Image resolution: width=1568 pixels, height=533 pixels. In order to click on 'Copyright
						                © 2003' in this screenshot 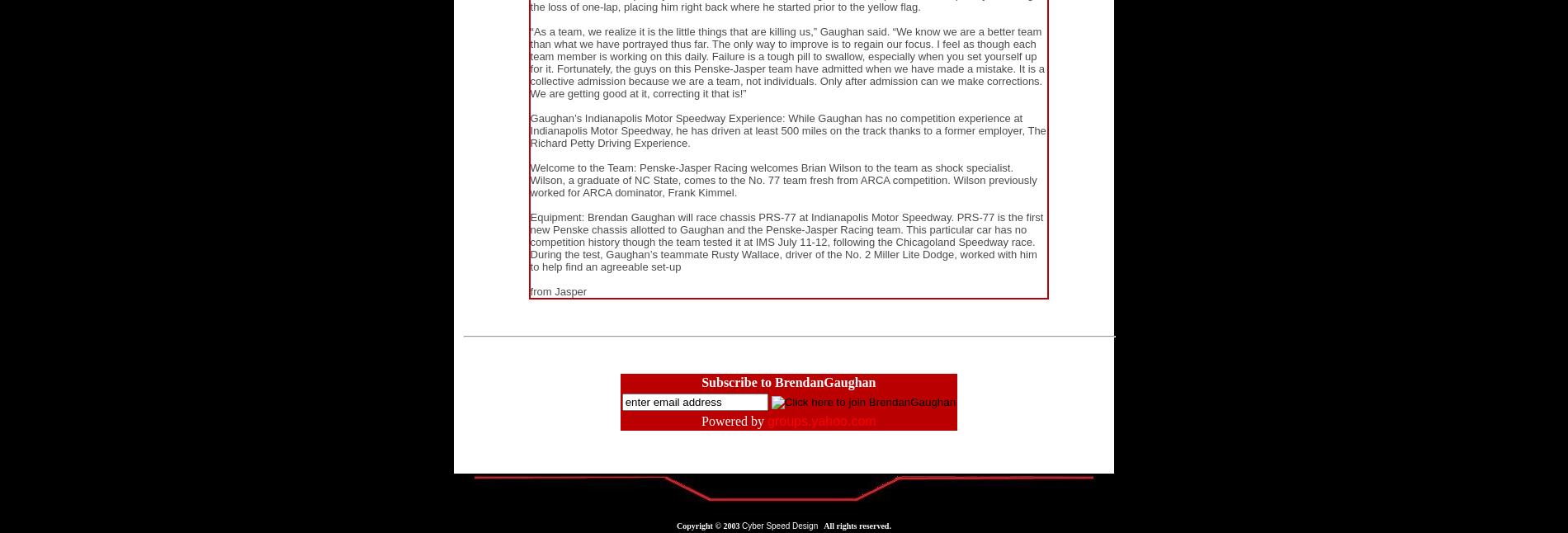, I will do `click(676, 526)`.